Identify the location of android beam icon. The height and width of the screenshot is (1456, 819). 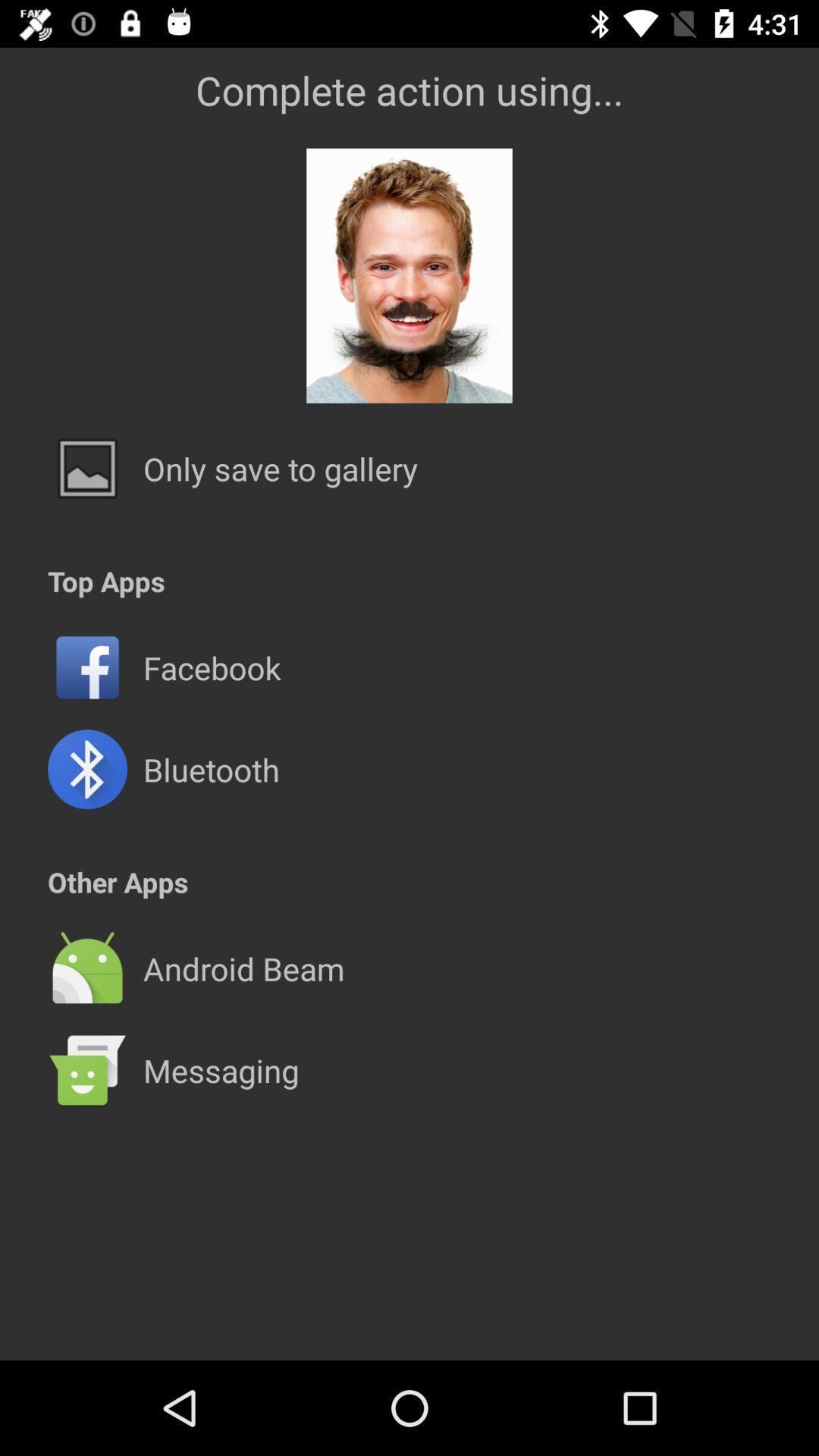
(243, 968).